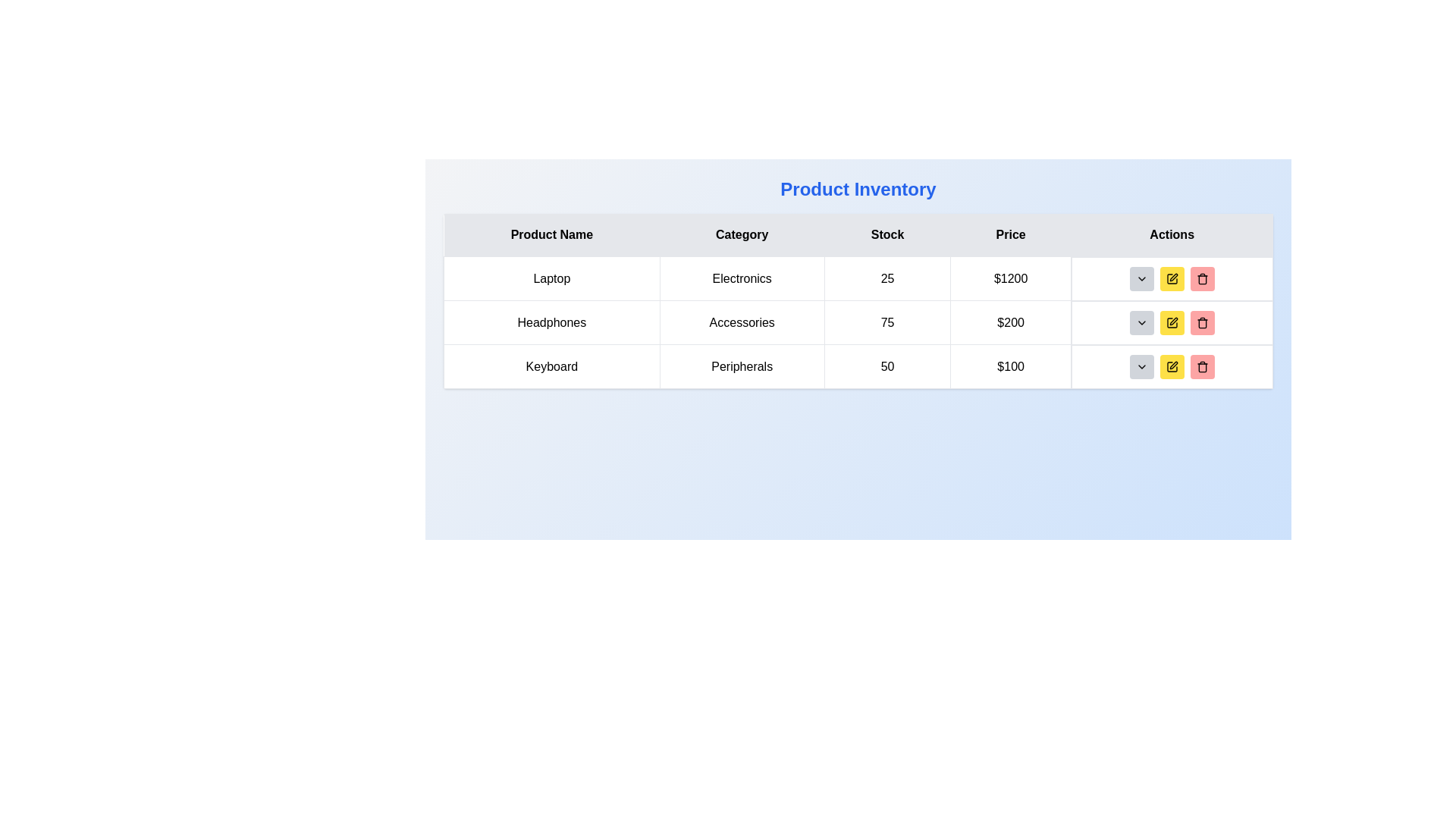 The height and width of the screenshot is (819, 1456). What do you see at coordinates (742, 366) in the screenshot?
I see `the 'Category' text label in the third row of the table, which indicates the type of product listed` at bounding box center [742, 366].